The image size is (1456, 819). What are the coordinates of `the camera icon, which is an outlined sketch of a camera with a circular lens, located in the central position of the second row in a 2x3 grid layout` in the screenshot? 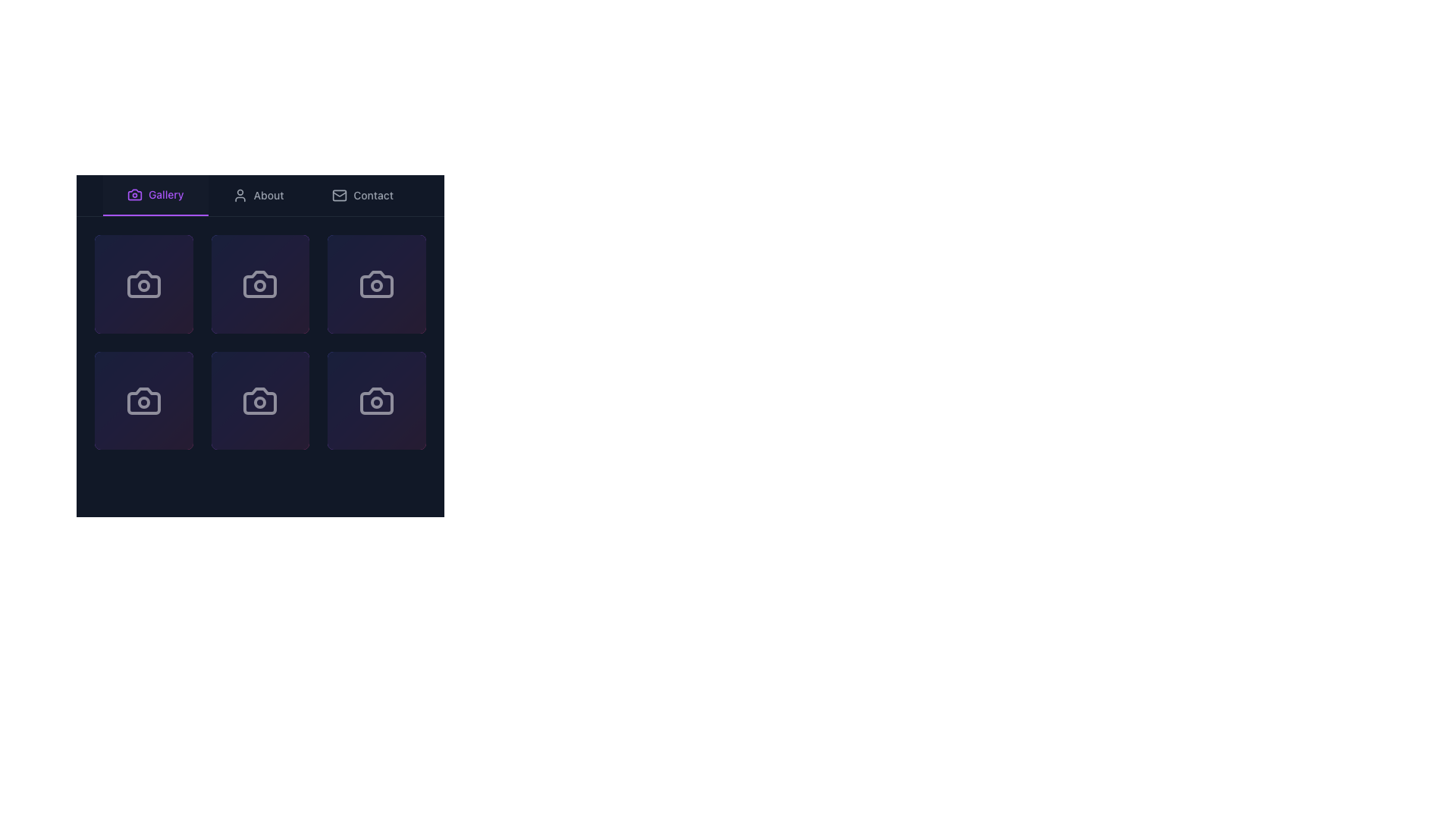 It's located at (260, 400).